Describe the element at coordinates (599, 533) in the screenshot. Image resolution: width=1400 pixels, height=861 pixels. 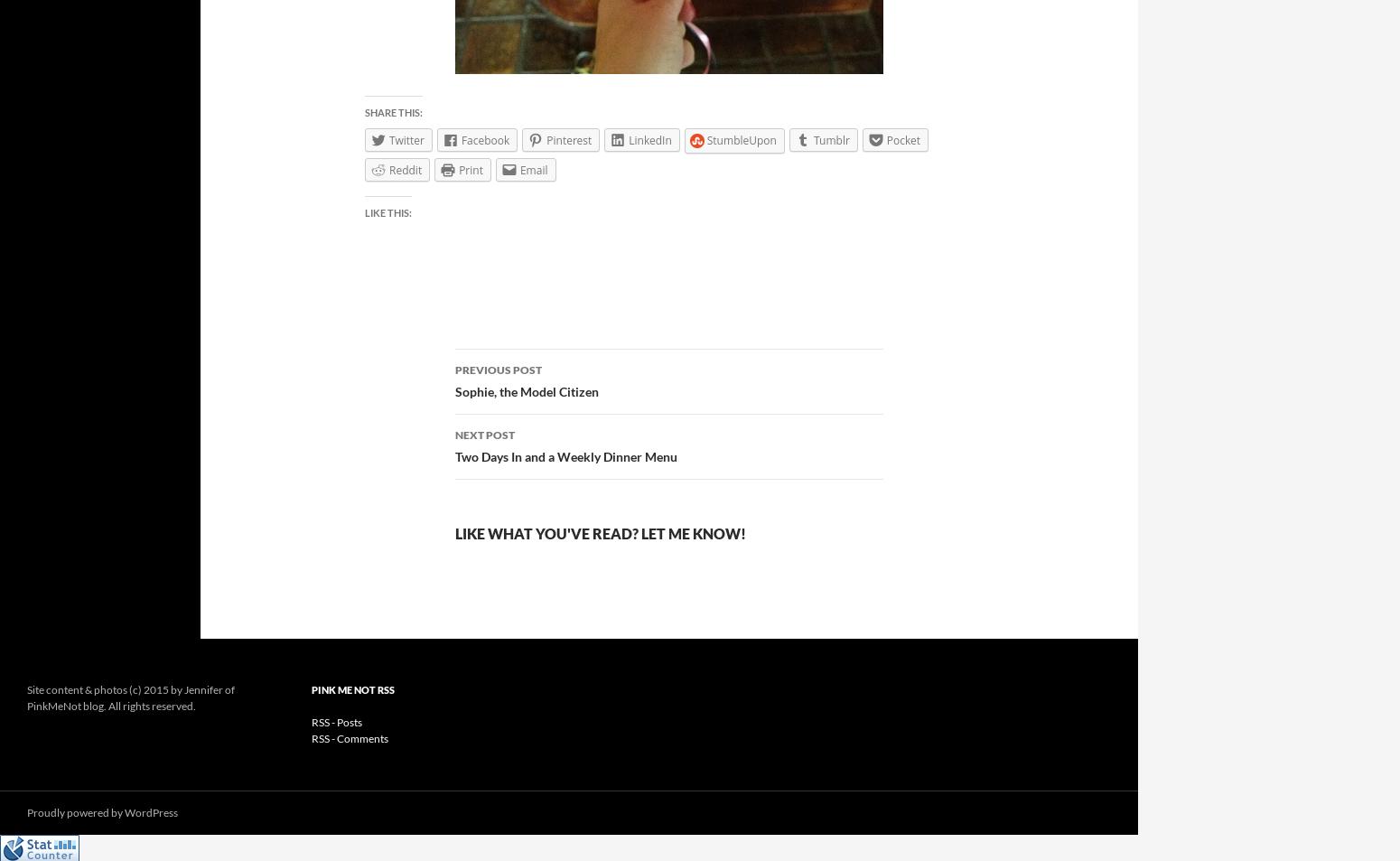
I see `'Like What You've Read? Let me know!'` at that location.